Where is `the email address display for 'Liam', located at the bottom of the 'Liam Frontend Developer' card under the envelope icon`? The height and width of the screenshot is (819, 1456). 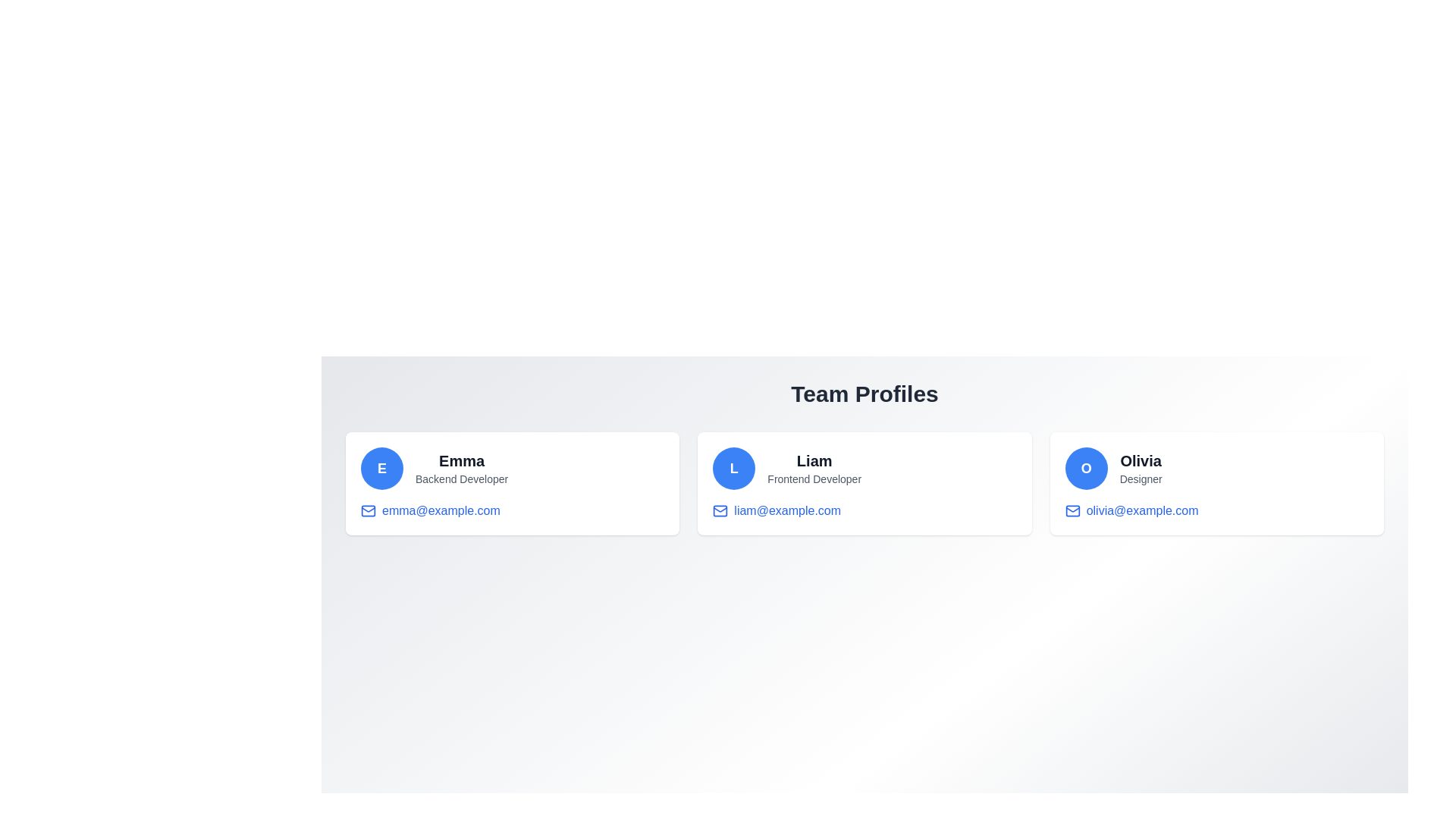 the email address display for 'Liam', located at the bottom of the 'Liam Frontend Developer' card under the envelope icon is located at coordinates (787, 511).